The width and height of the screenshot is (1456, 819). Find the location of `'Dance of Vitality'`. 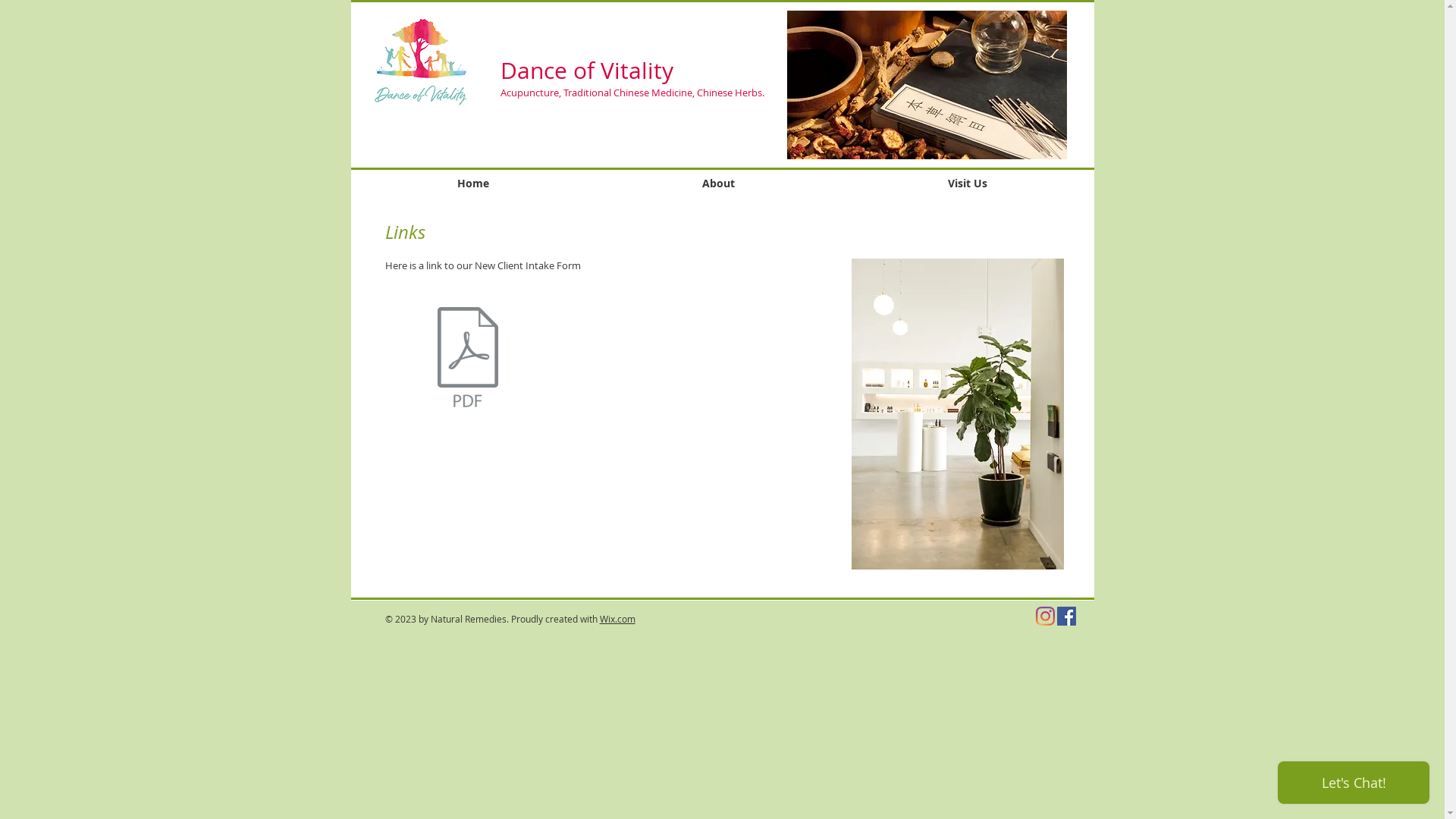

'Dance of Vitality' is located at coordinates (585, 70).